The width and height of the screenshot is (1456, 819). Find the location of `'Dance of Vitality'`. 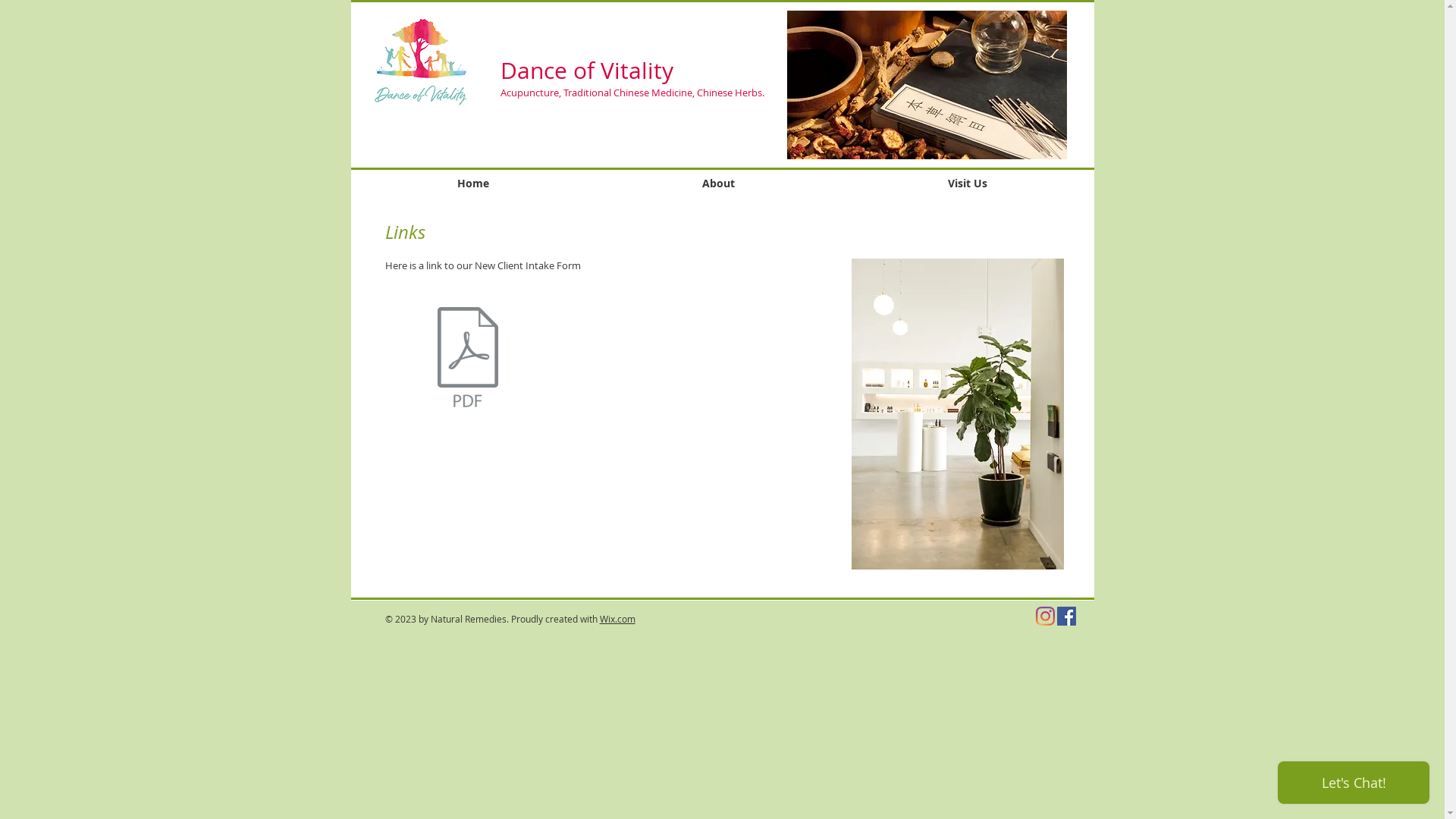

'Dance of Vitality' is located at coordinates (585, 70).